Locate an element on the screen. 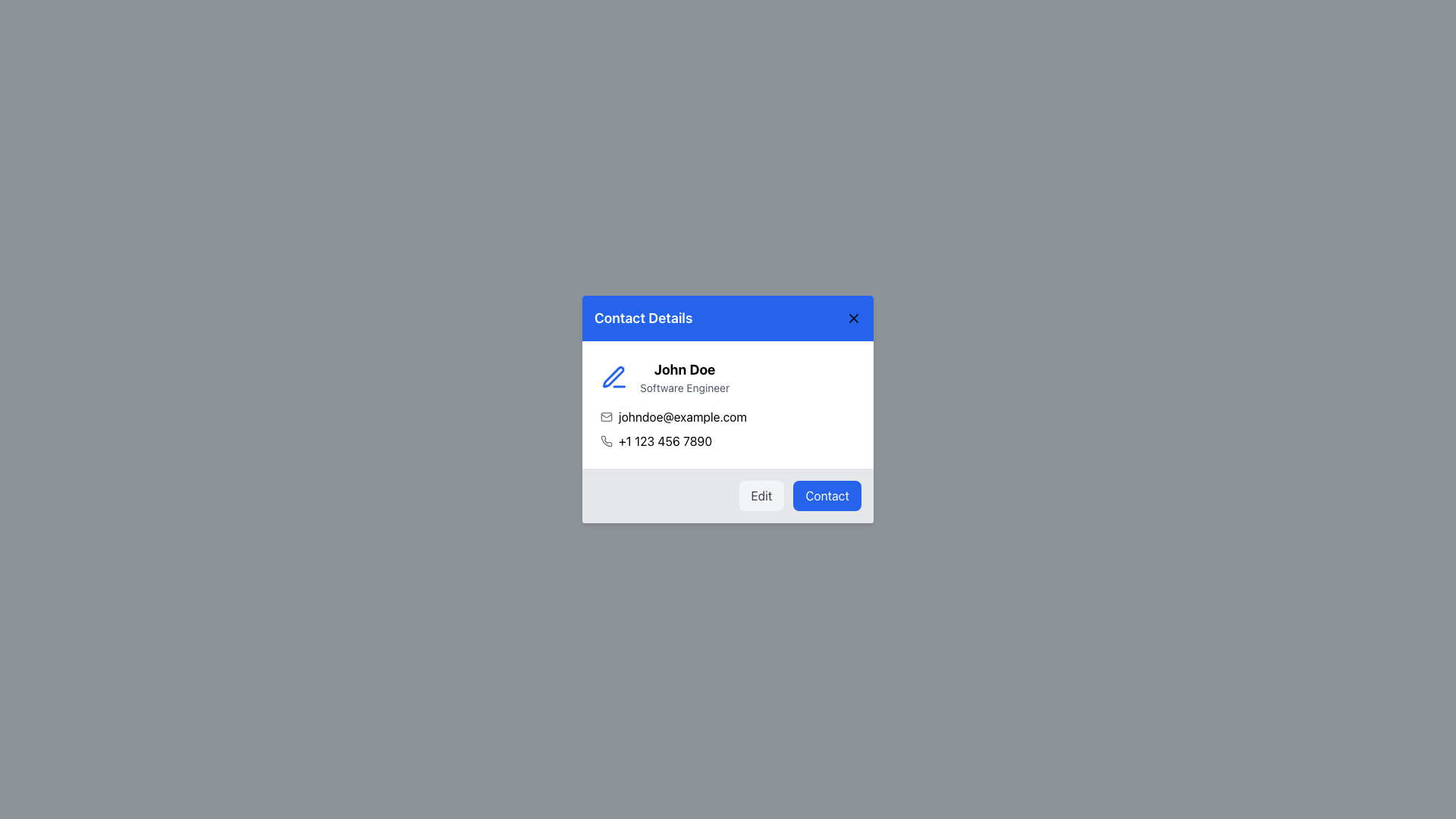 The width and height of the screenshot is (1456, 819). the icon that visually represents the phone number '+1 123 456 7890', located in the lower right region of the dialog is located at coordinates (607, 441).